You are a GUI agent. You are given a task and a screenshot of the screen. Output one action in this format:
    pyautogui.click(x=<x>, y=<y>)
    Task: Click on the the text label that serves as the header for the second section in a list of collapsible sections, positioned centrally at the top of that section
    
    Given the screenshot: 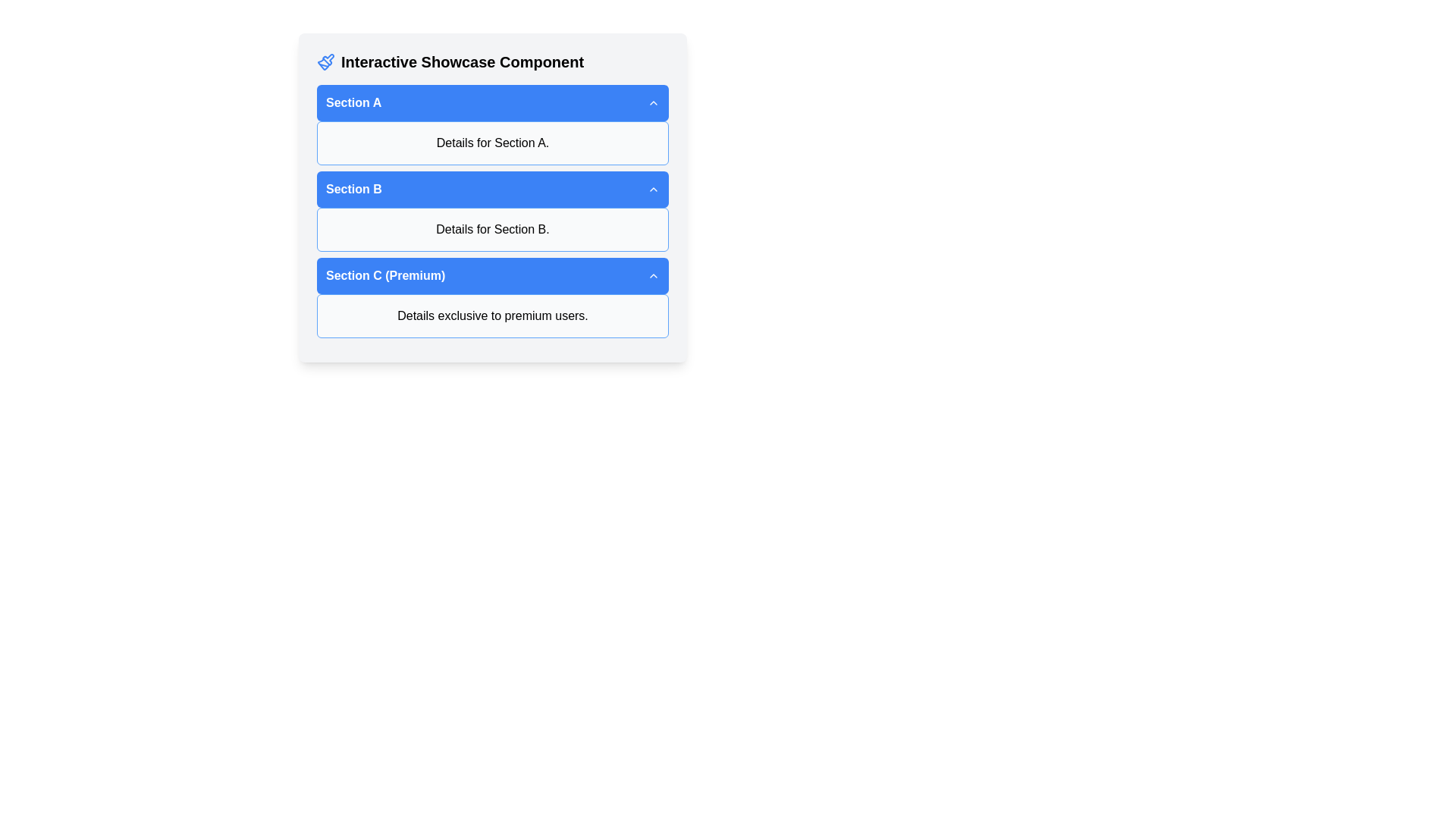 What is the action you would take?
    pyautogui.click(x=353, y=189)
    